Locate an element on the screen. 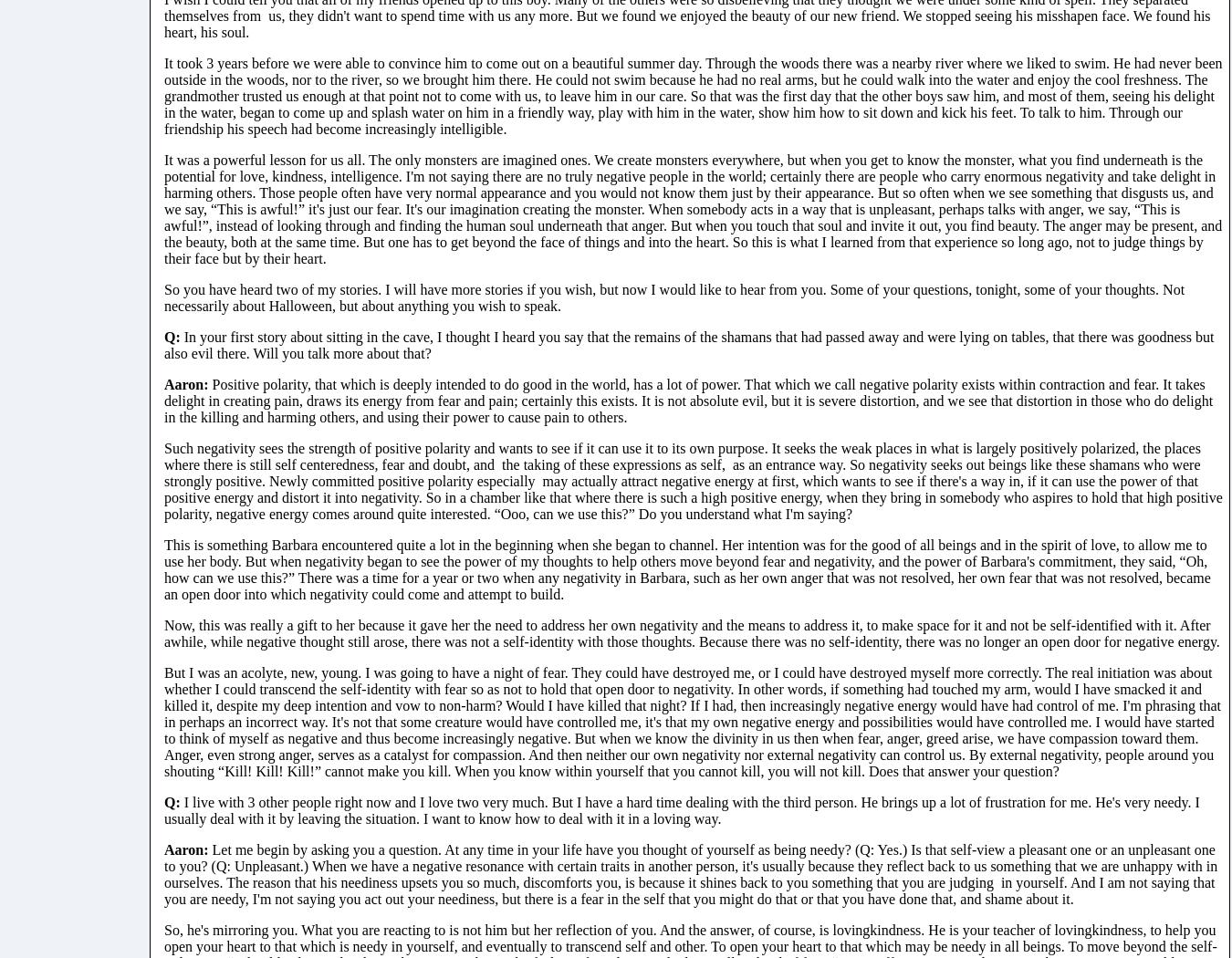 This screenshot has height=958, width=1232. 'So you have heard two of my stories. I will have more stories if you wish, but now I would like to hear from you. Some of your questions, tonight, some of your thoughts. Not necessarily about Halloween, but about anything you wish to speak.' is located at coordinates (673, 297).